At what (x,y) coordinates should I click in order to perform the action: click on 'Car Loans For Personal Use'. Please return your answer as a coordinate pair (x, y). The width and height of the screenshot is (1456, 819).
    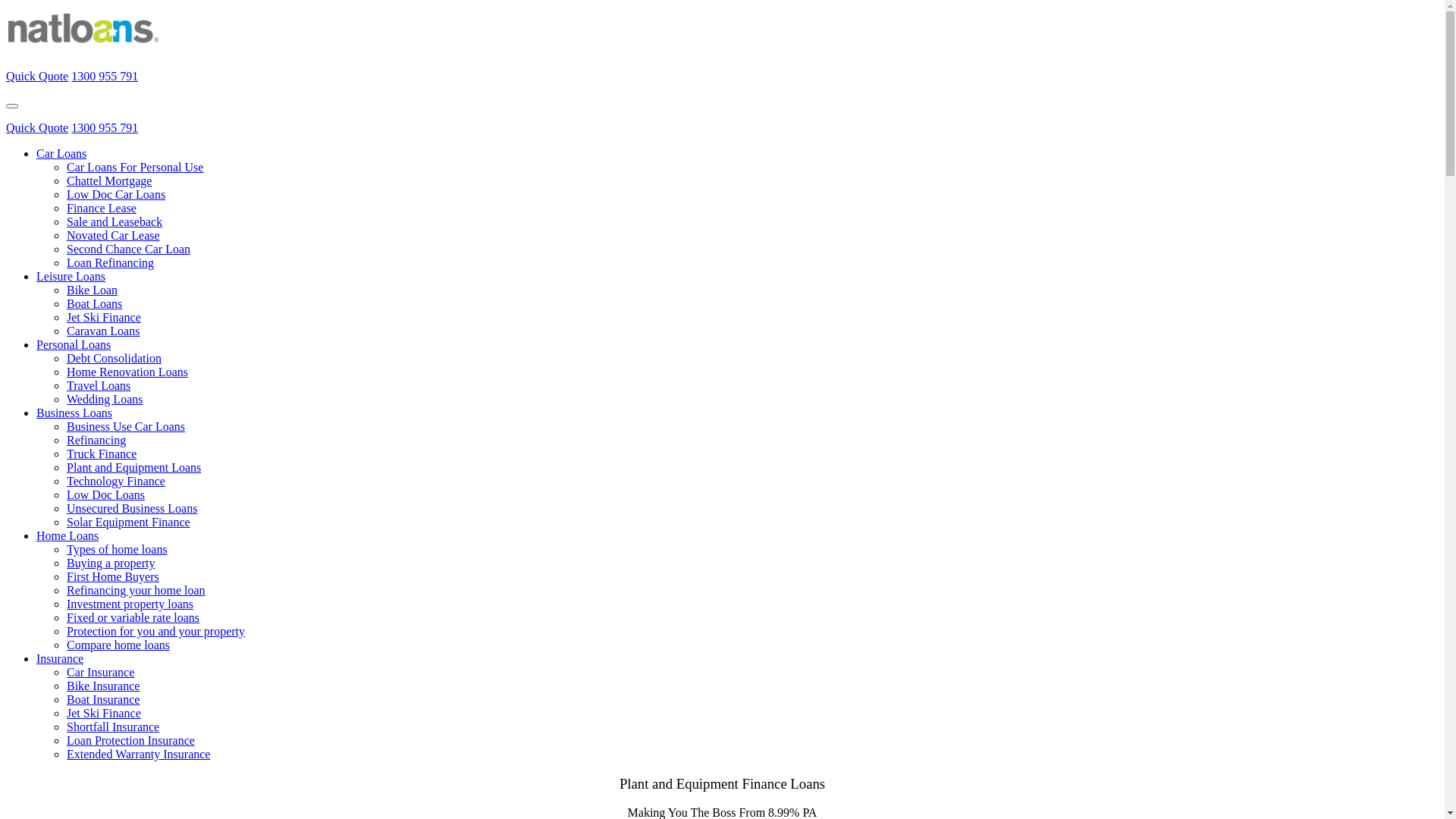
    Looking at the image, I should click on (134, 167).